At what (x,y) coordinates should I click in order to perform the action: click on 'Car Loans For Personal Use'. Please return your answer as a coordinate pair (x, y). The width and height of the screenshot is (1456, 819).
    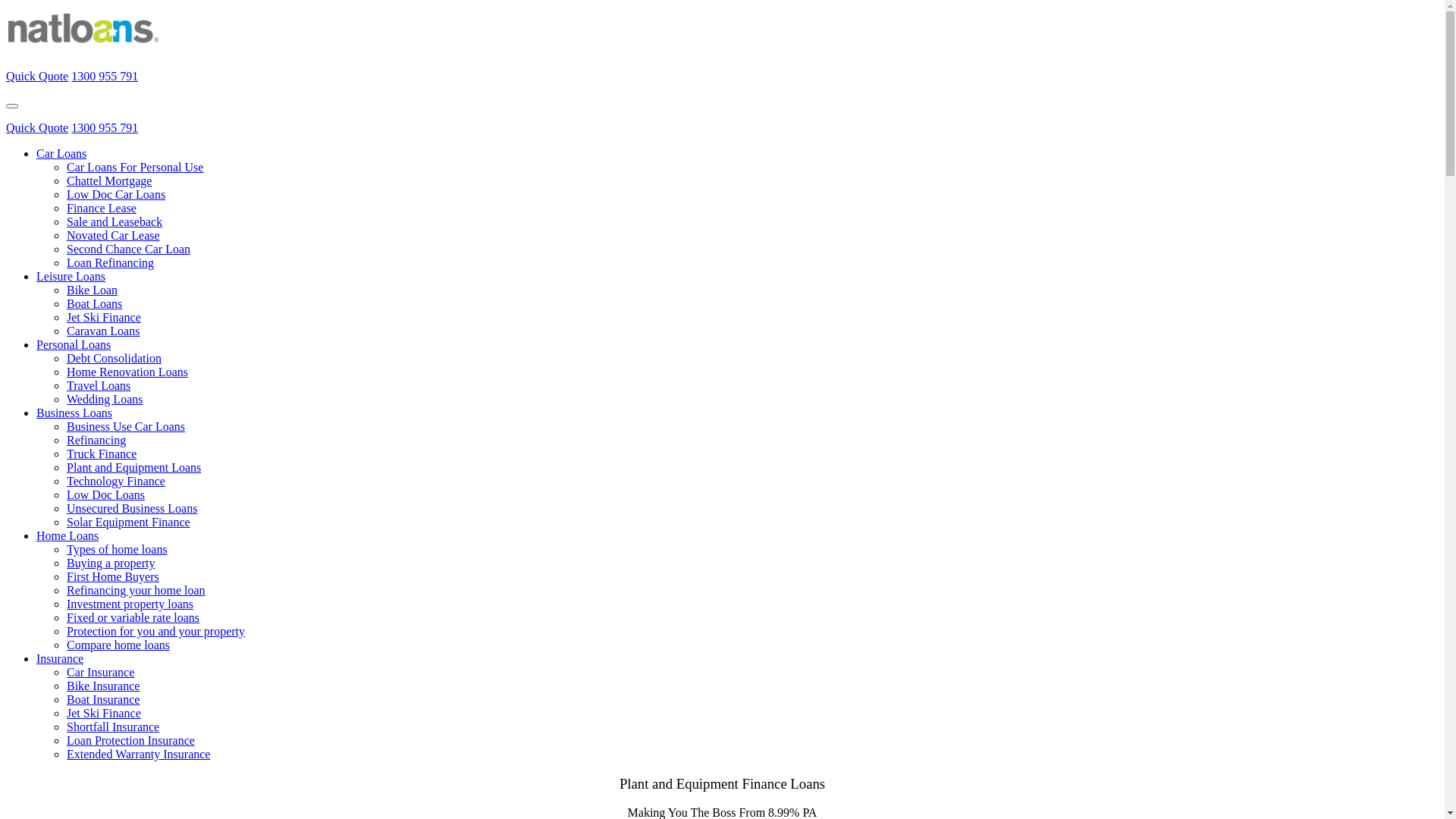
    Looking at the image, I should click on (134, 167).